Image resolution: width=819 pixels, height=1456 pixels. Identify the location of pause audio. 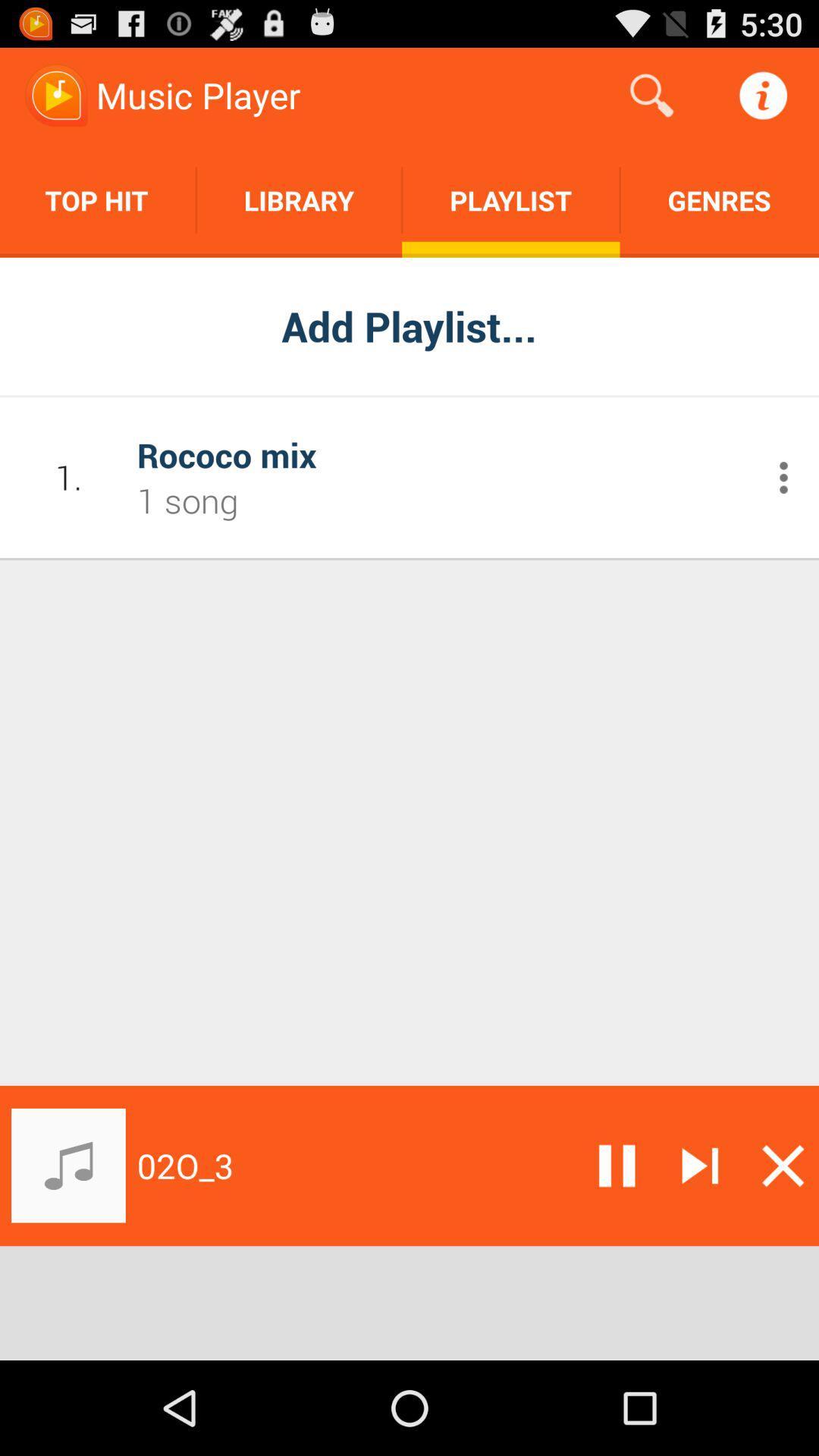
(617, 1165).